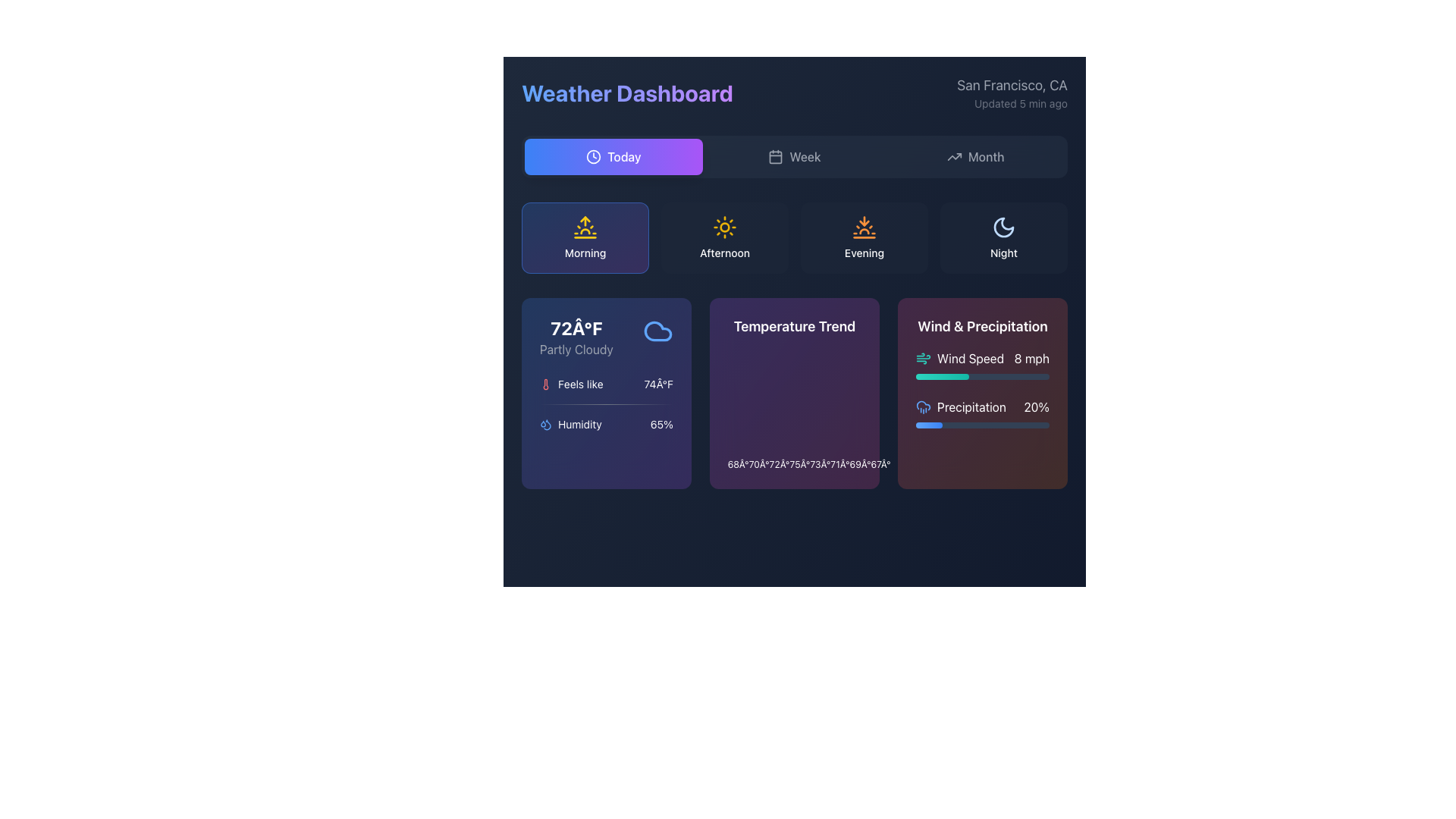 The image size is (1456, 819). Describe the element at coordinates (971, 359) in the screenshot. I see `the text label that describes the wind speed data, positioned within the 'Wind & Precipitation' section of the weather dashboard` at that location.